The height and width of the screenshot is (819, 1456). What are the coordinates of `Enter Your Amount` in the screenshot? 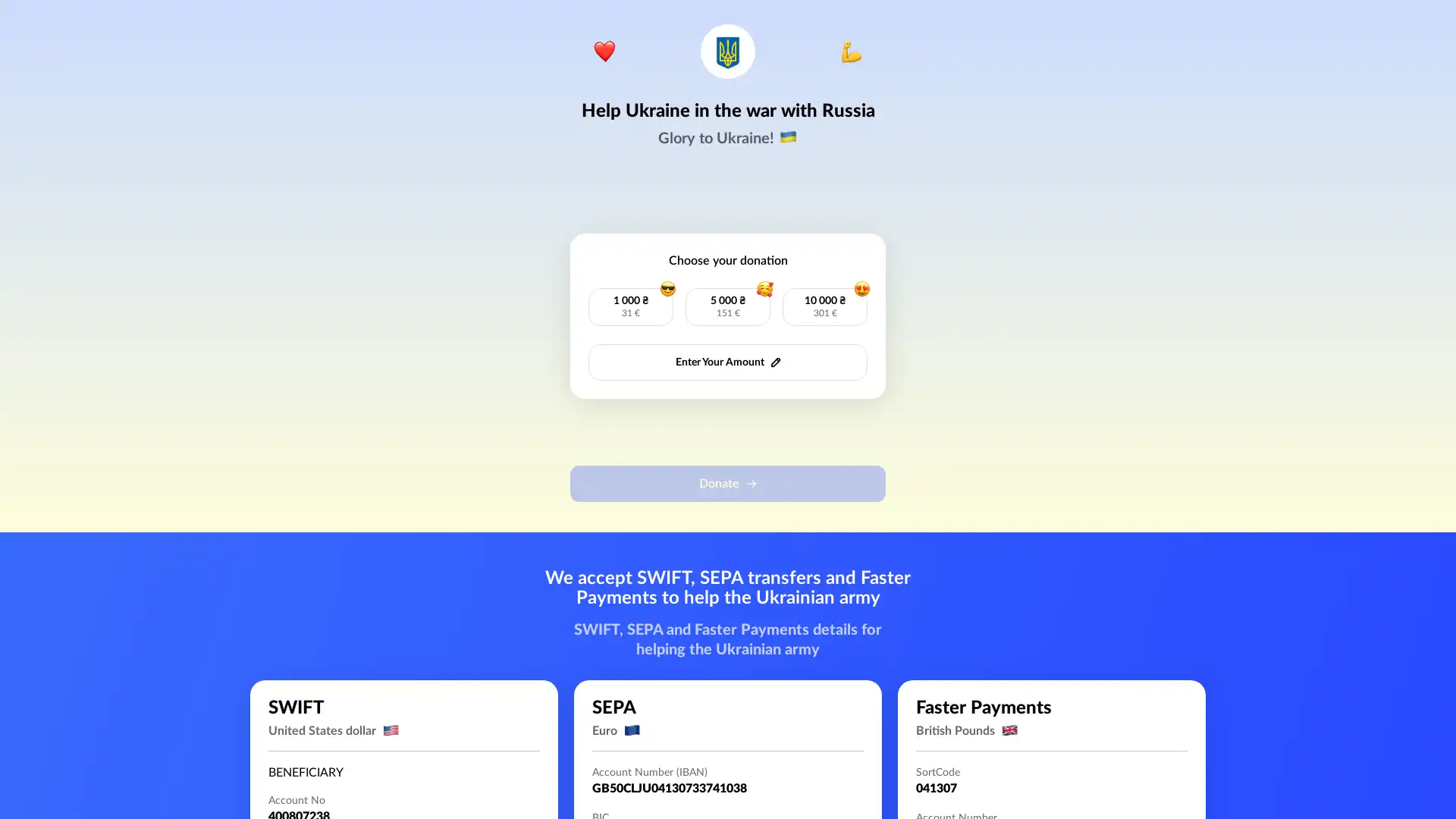 It's located at (728, 362).